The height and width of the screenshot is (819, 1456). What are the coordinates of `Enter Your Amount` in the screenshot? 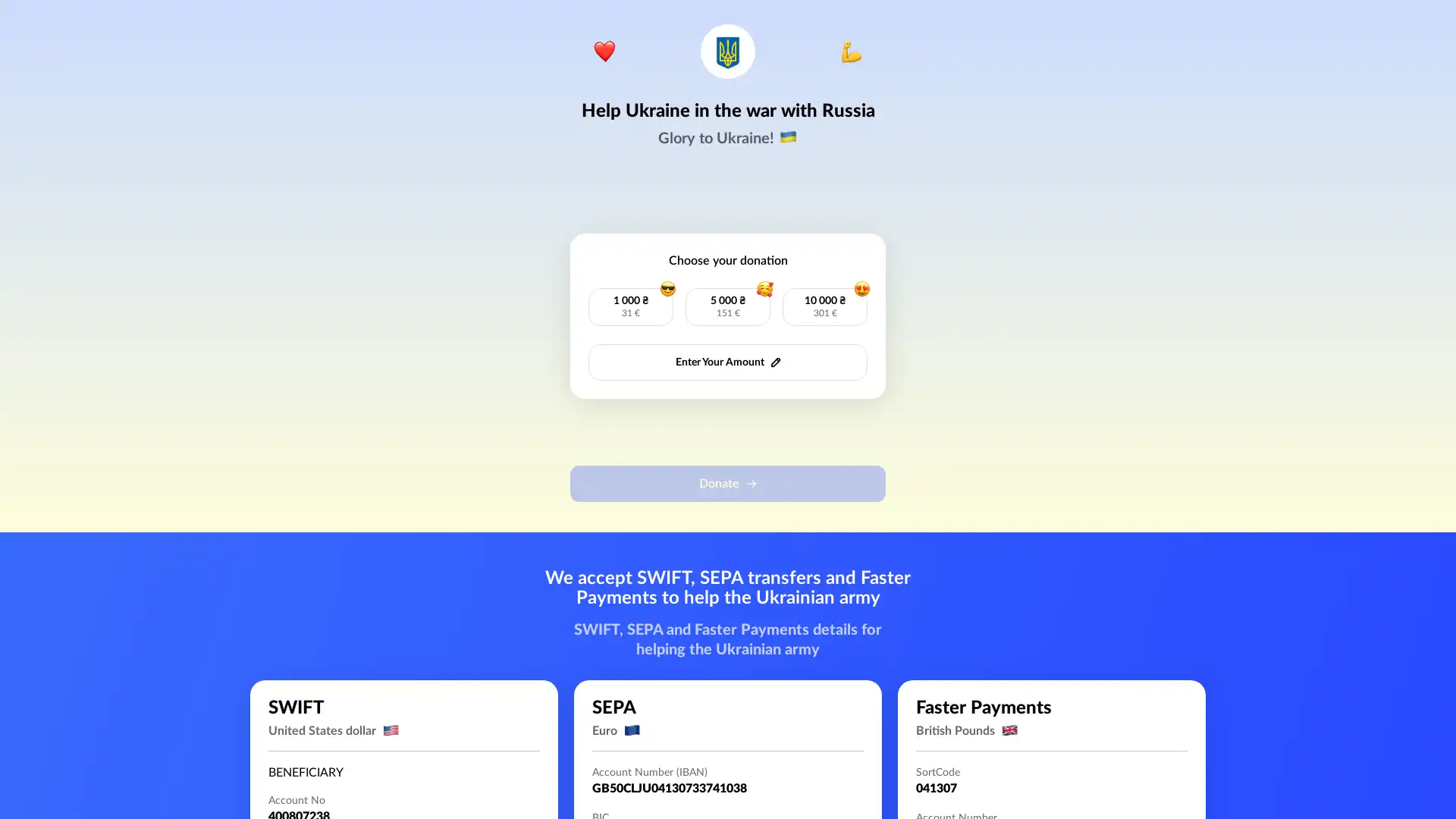 It's located at (728, 362).